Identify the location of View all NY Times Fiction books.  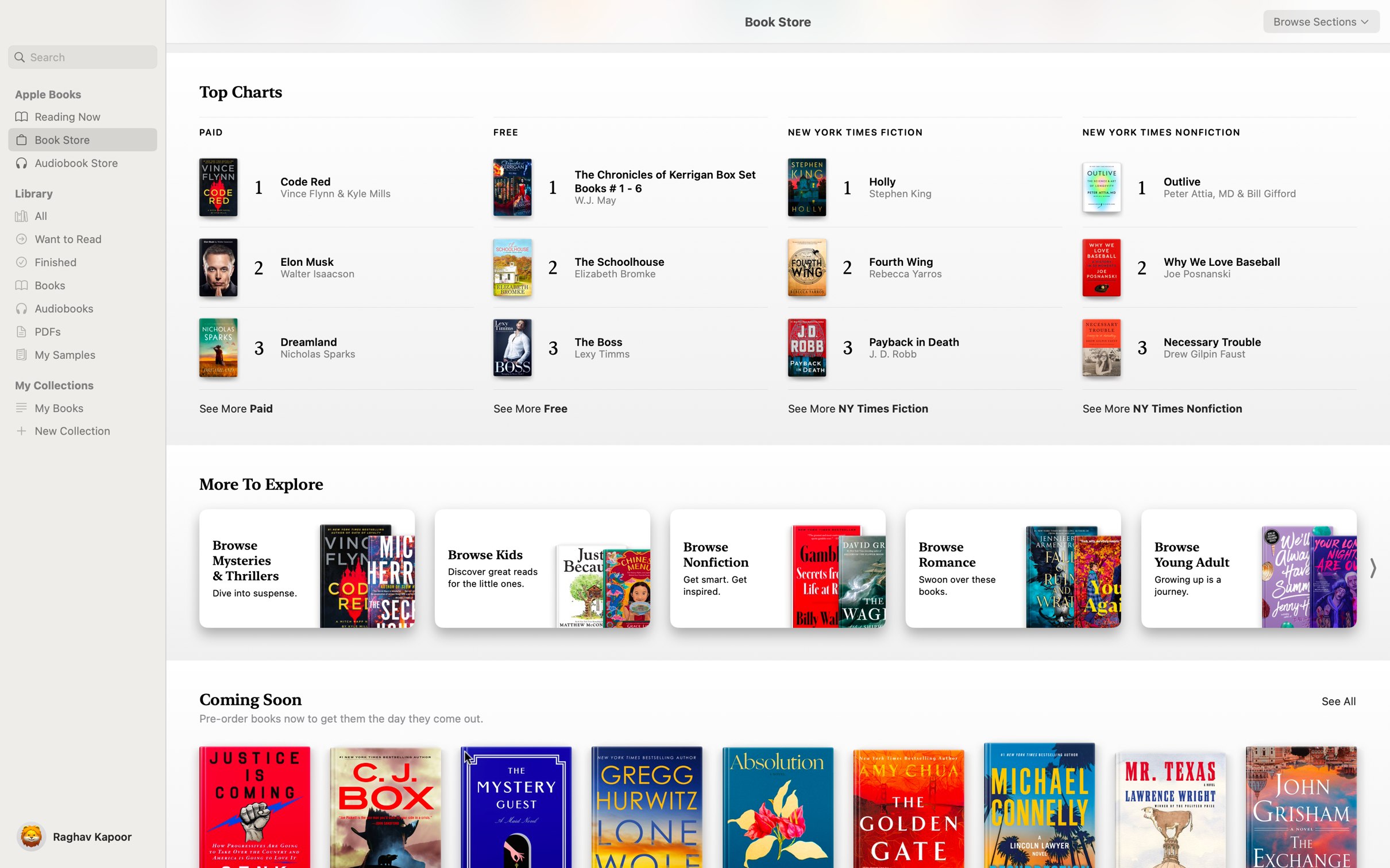
(858, 406).